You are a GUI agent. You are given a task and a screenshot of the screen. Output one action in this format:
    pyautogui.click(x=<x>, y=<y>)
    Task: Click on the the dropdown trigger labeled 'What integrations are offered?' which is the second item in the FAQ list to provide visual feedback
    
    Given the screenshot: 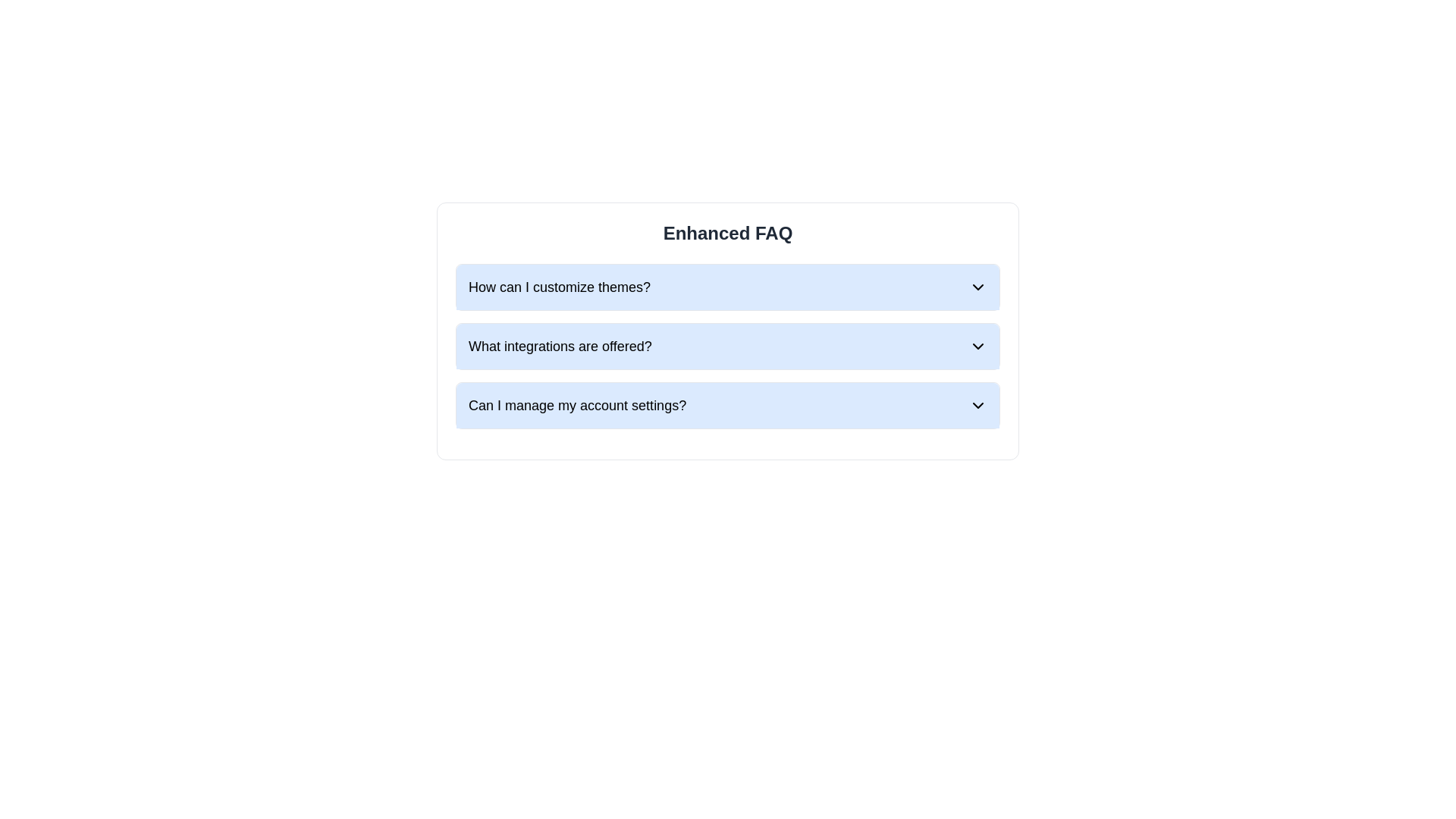 What is the action you would take?
    pyautogui.click(x=728, y=346)
    